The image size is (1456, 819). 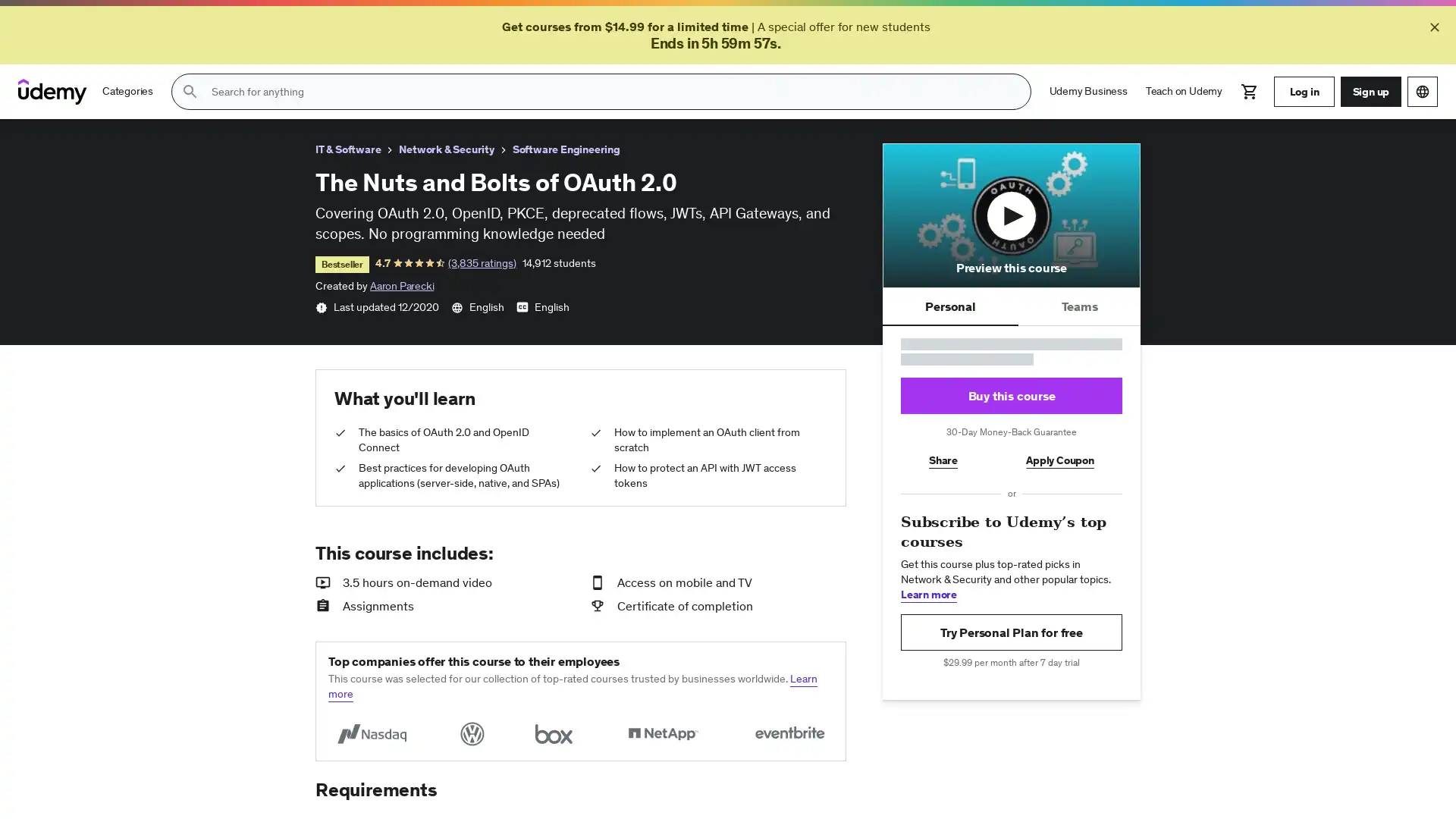 I want to click on Share, so click(x=942, y=459).